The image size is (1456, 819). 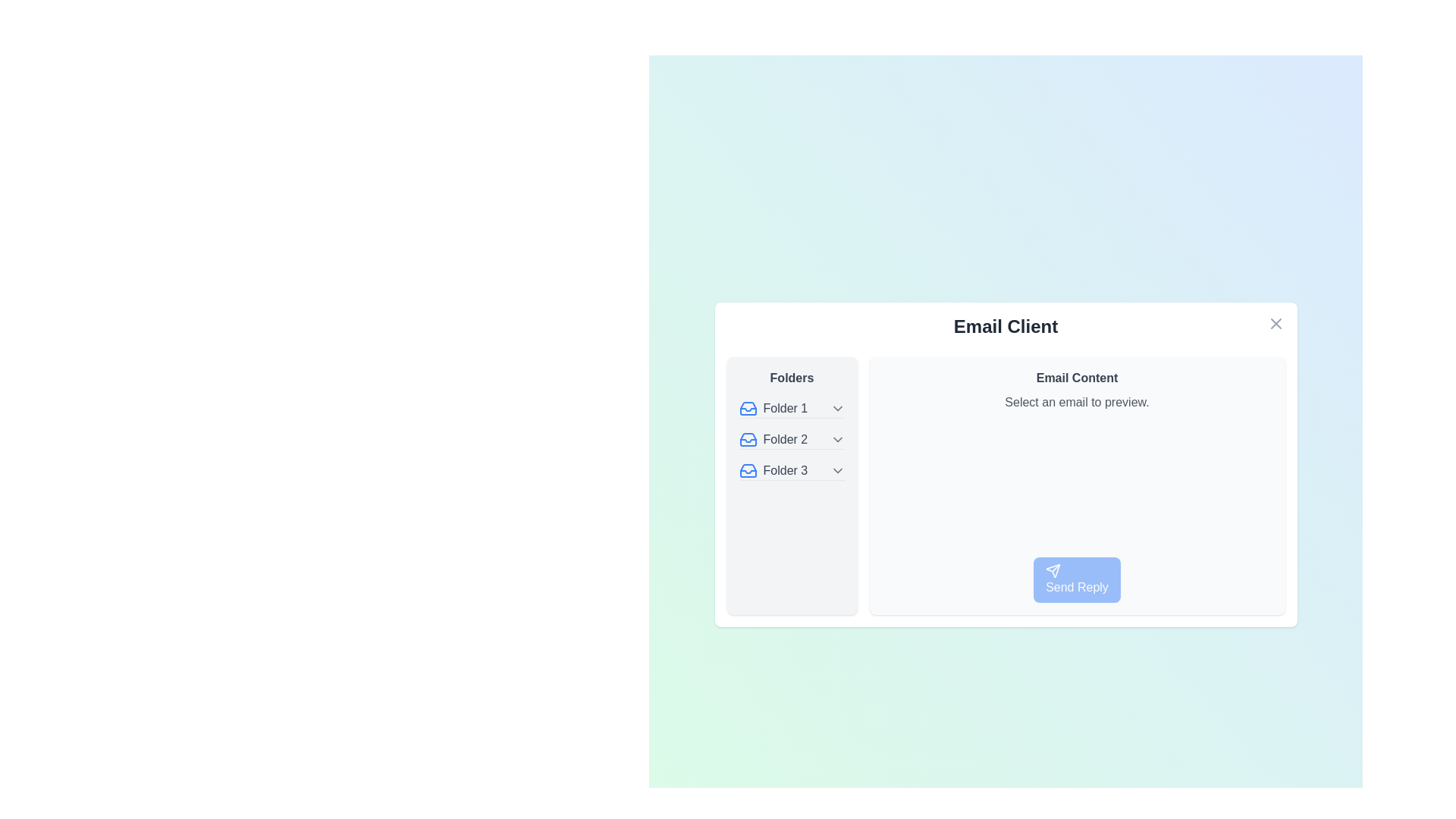 I want to click on the inbox icon outlined in blue, located within the 'Folder 2' item in the sidebar, positioned to the left of the folder name, so click(x=748, y=439).